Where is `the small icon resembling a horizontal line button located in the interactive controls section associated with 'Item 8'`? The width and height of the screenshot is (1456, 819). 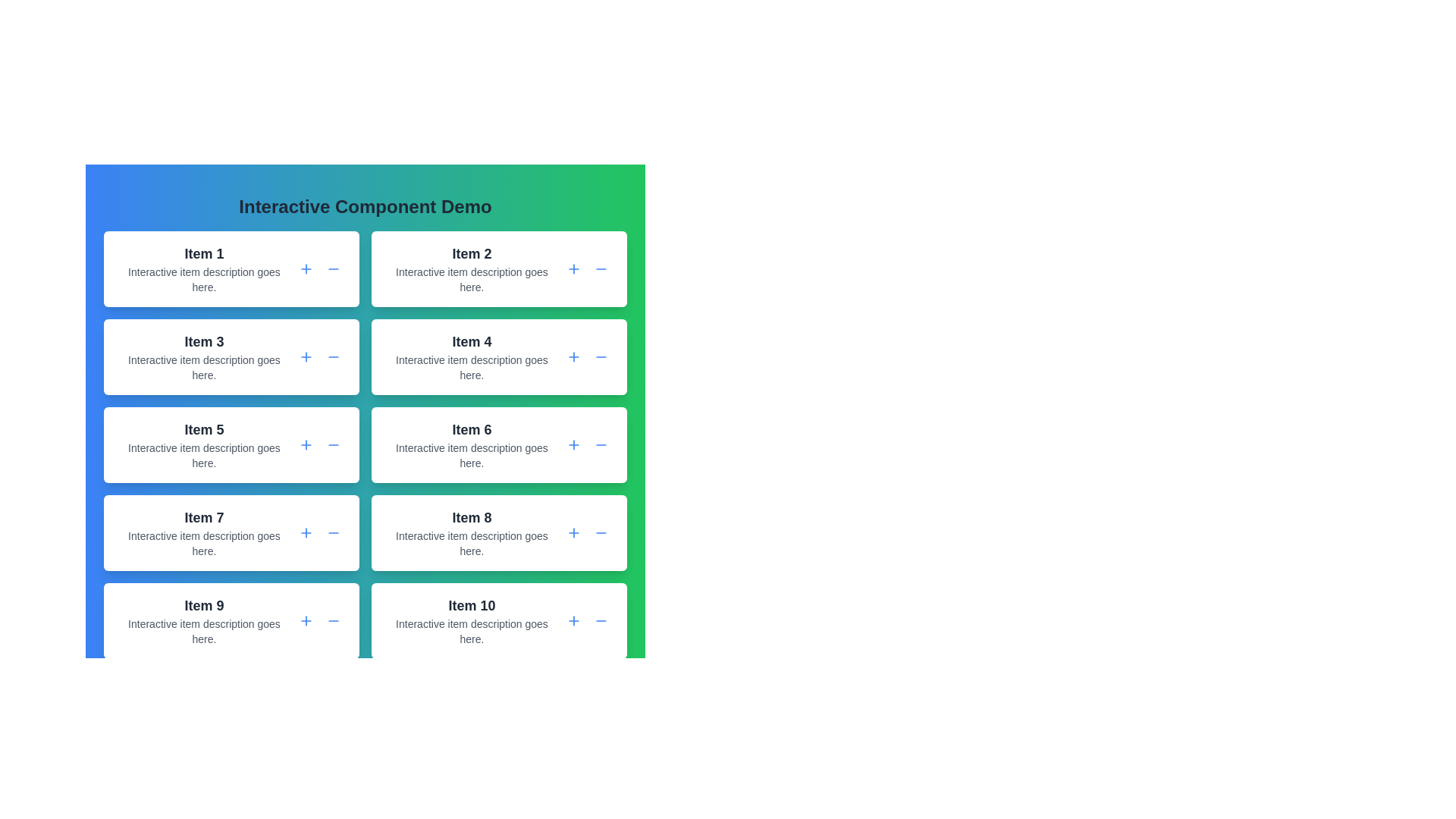 the small icon resembling a horizontal line button located in the interactive controls section associated with 'Item 8' is located at coordinates (600, 532).